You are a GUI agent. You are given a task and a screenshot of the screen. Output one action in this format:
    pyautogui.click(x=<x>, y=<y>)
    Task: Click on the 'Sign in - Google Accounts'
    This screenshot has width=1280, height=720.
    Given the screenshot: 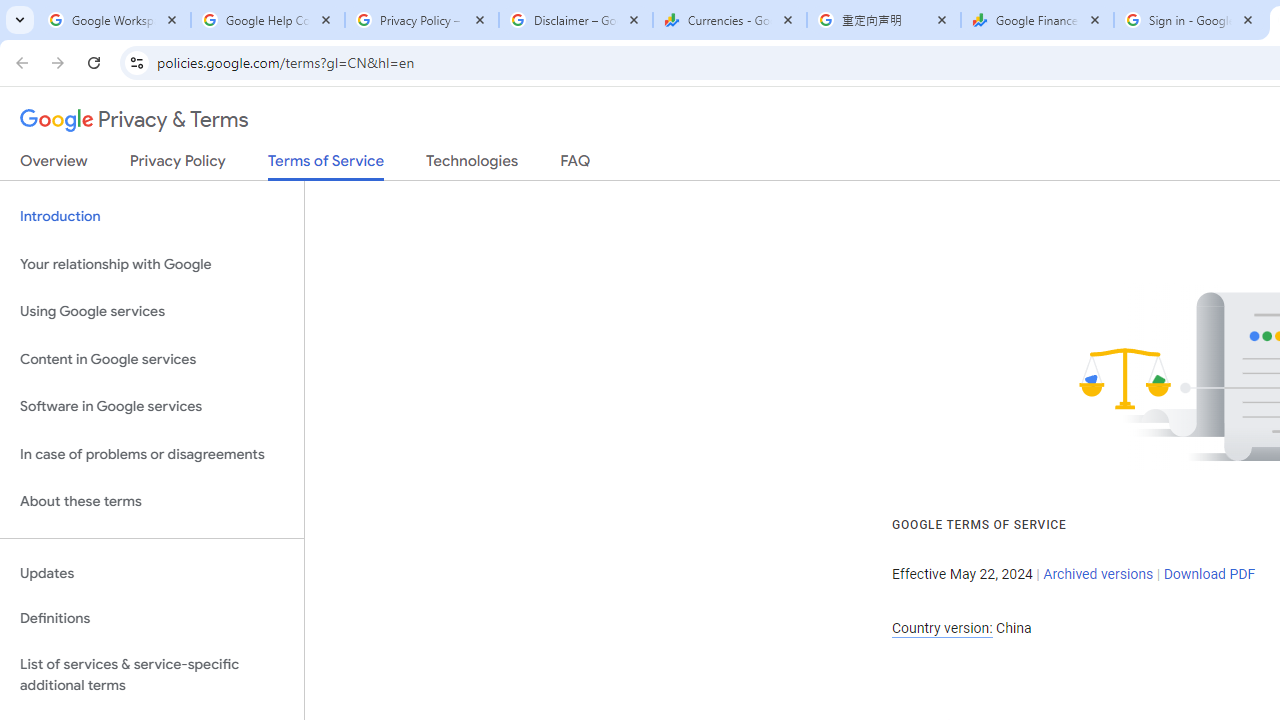 What is the action you would take?
    pyautogui.click(x=1190, y=20)
    